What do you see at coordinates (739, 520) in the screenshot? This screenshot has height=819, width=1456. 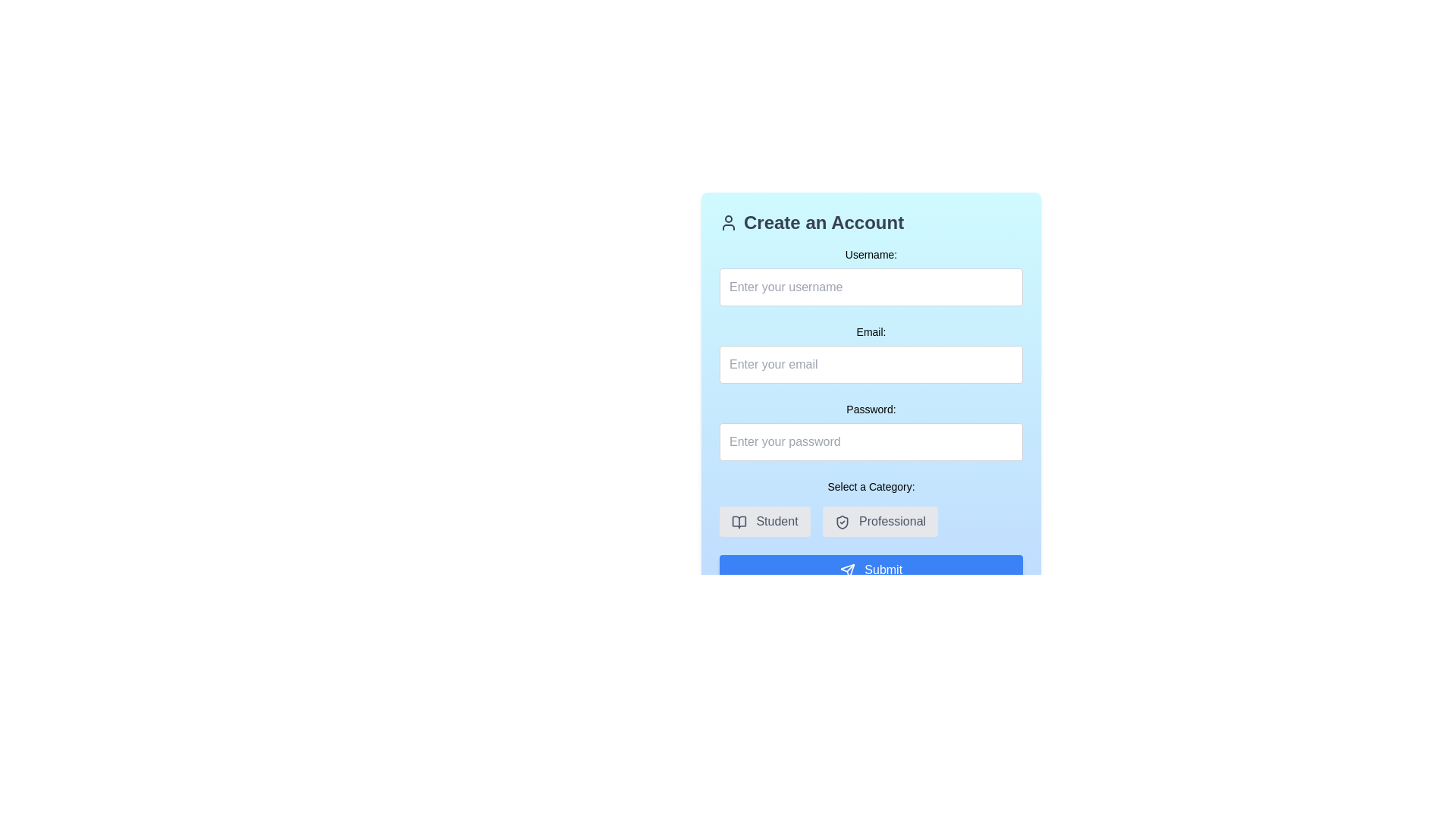 I see `the 'Student' category icon located at the bottom left of the form within its button` at bounding box center [739, 520].